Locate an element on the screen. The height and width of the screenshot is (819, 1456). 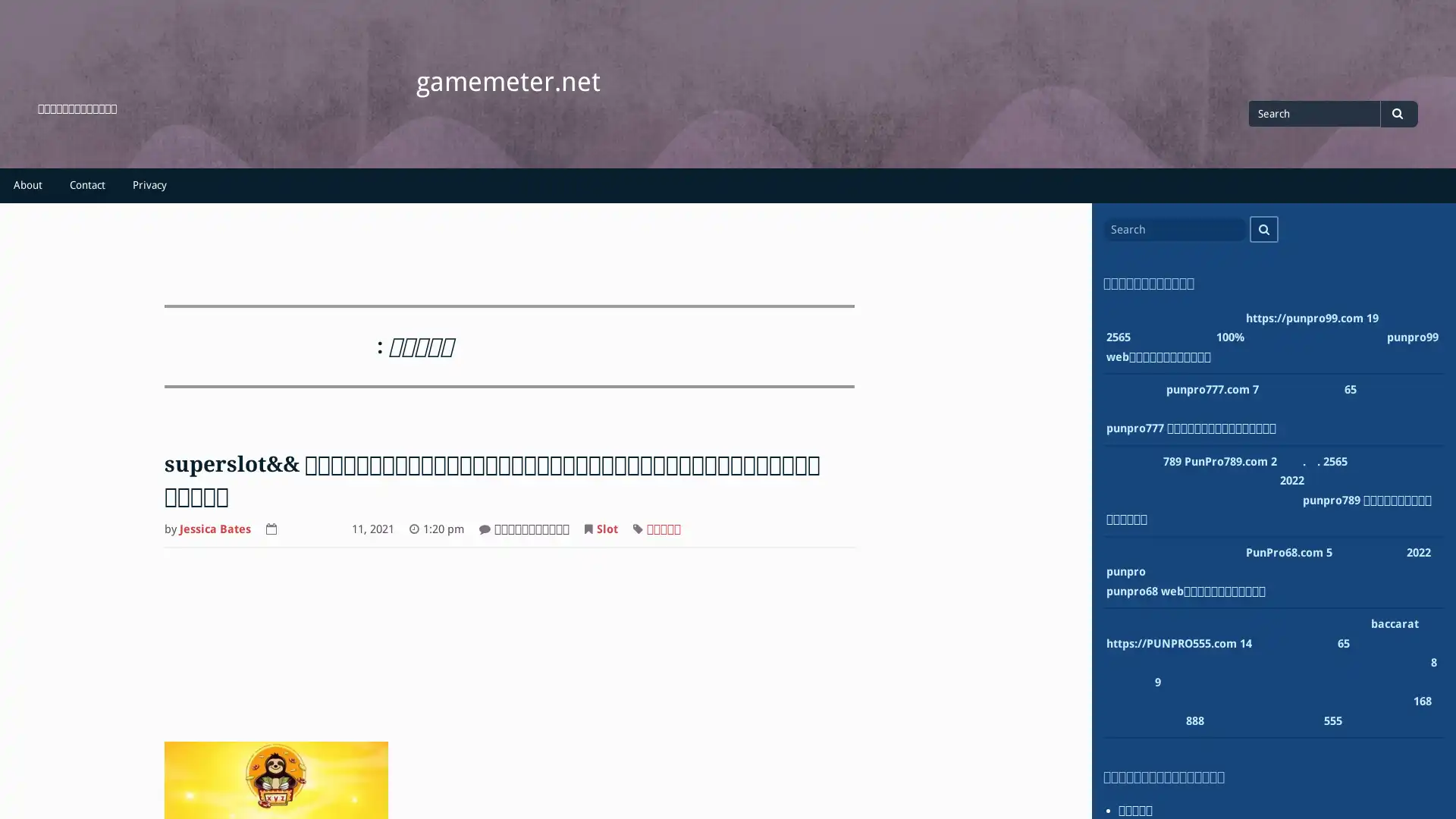
Search is located at coordinates (1263, 228).